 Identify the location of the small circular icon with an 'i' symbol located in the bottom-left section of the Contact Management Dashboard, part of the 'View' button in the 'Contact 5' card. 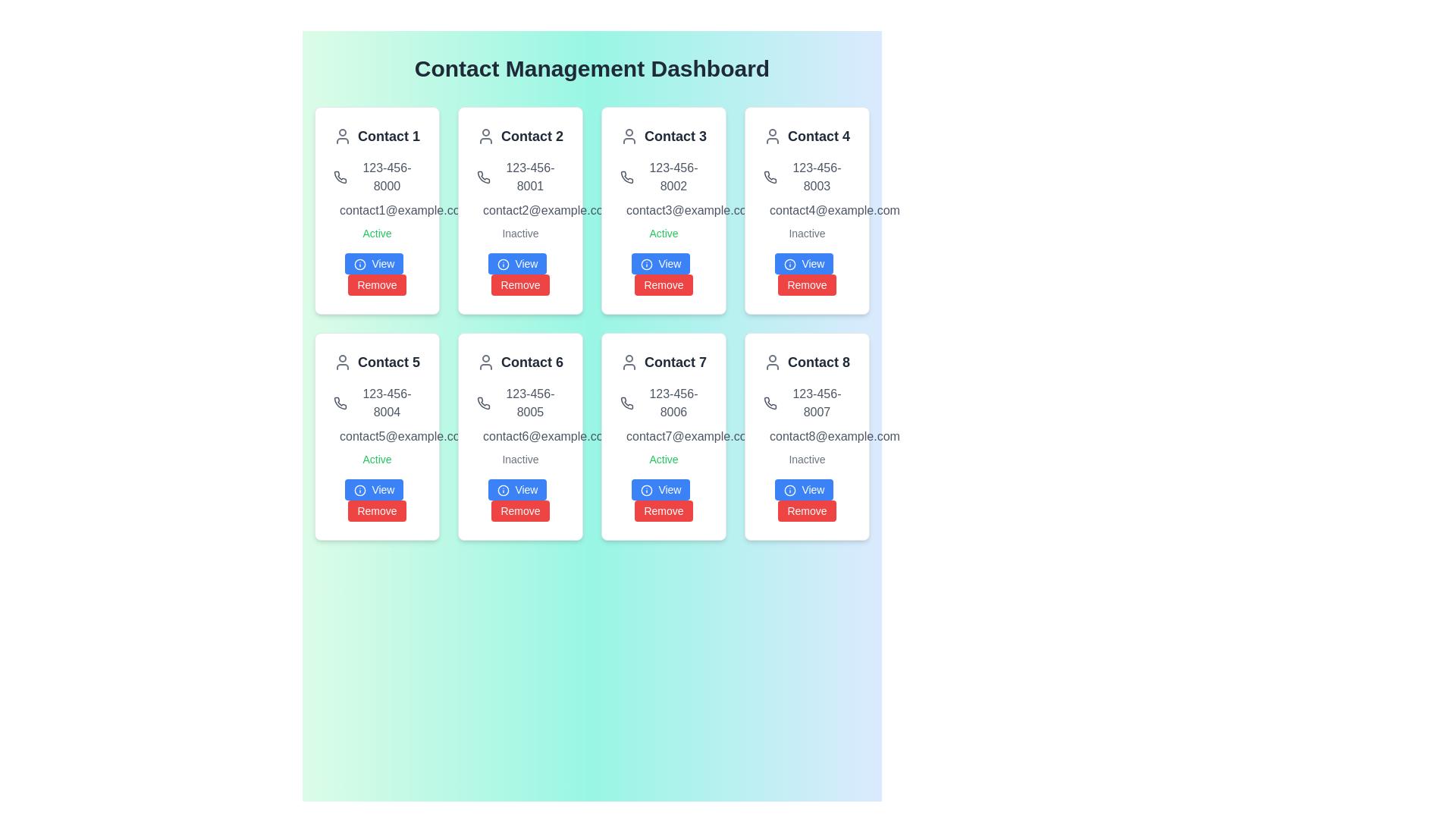
(359, 491).